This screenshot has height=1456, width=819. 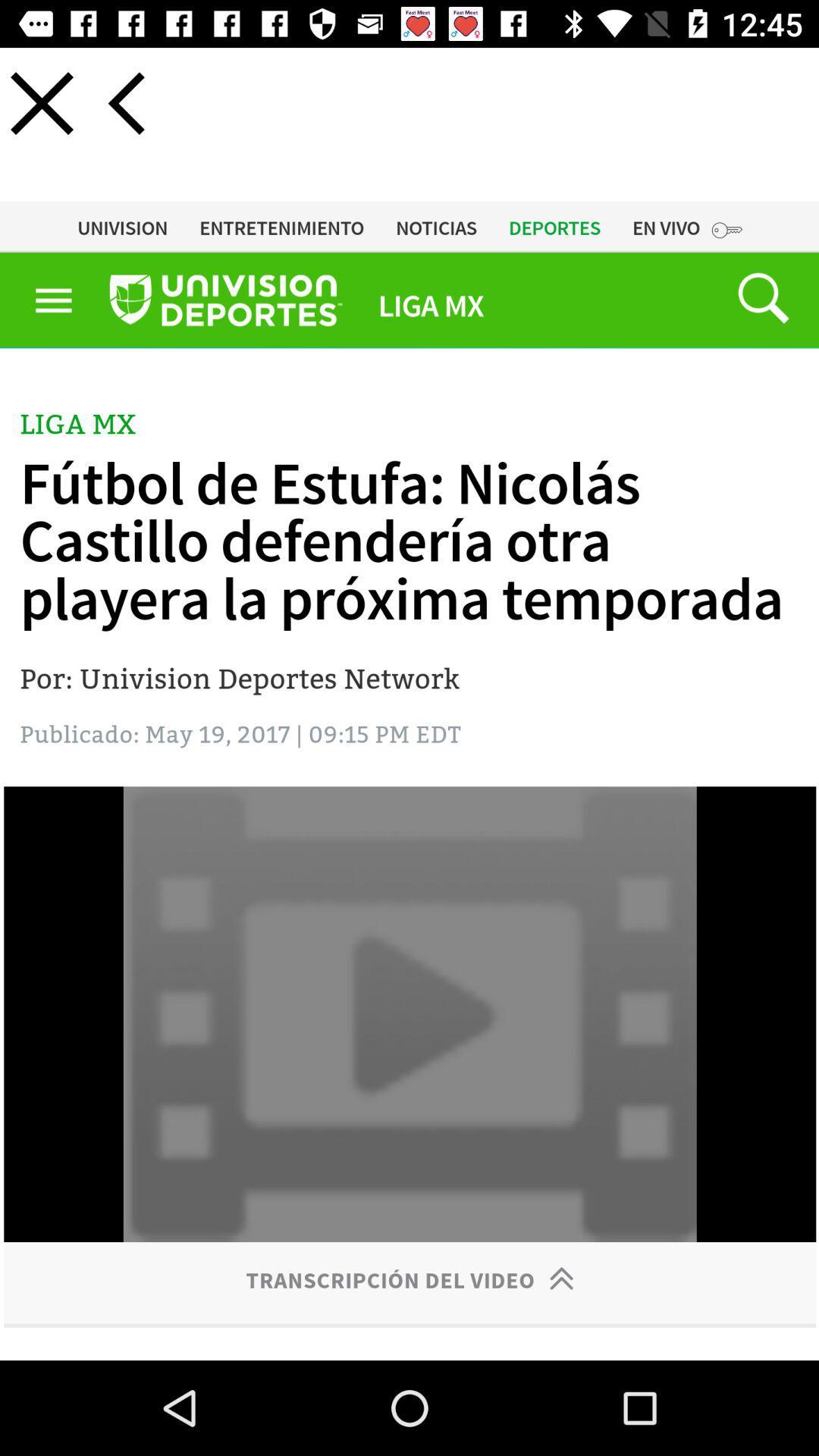 I want to click on go back, so click(x=125, y=102).